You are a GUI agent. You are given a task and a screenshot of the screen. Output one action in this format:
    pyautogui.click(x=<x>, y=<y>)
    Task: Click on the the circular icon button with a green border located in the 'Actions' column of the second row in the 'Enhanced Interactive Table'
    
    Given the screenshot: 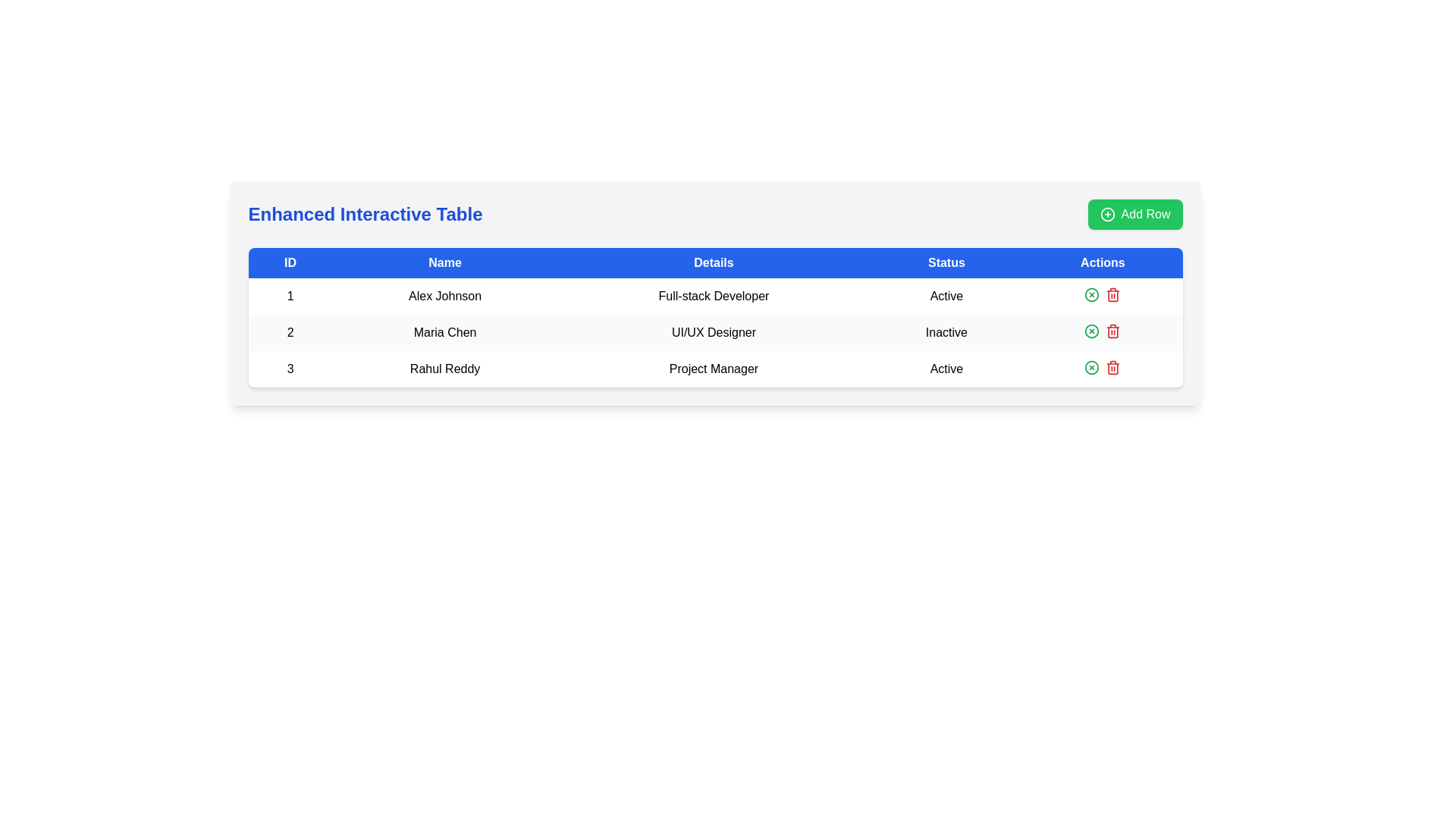 What is the action you would take?
    pyautogui.click(x=1092, y=295)
    